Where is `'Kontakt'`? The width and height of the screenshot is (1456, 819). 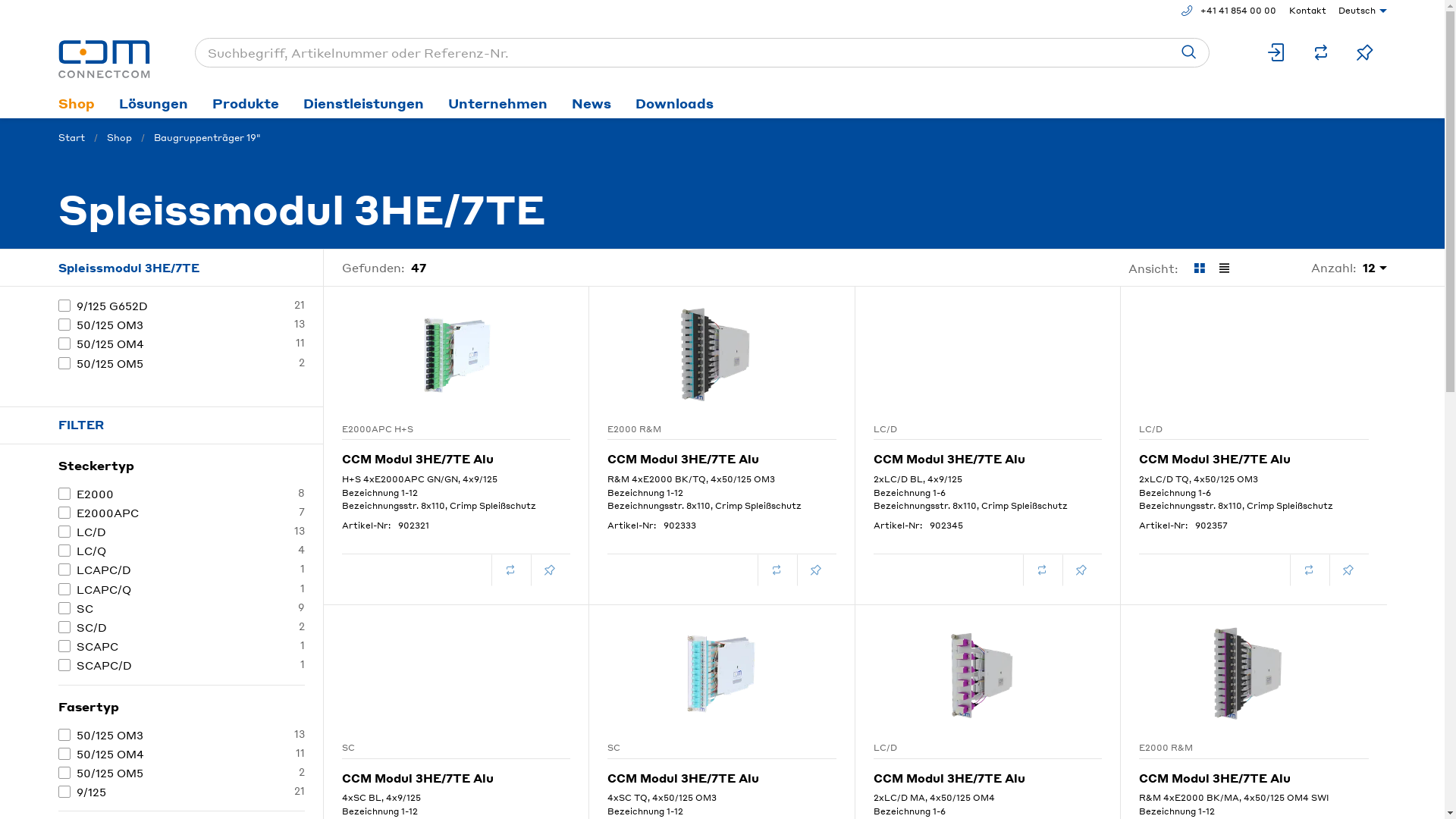
'Kontakt' is located at coordinates (1304, 11).